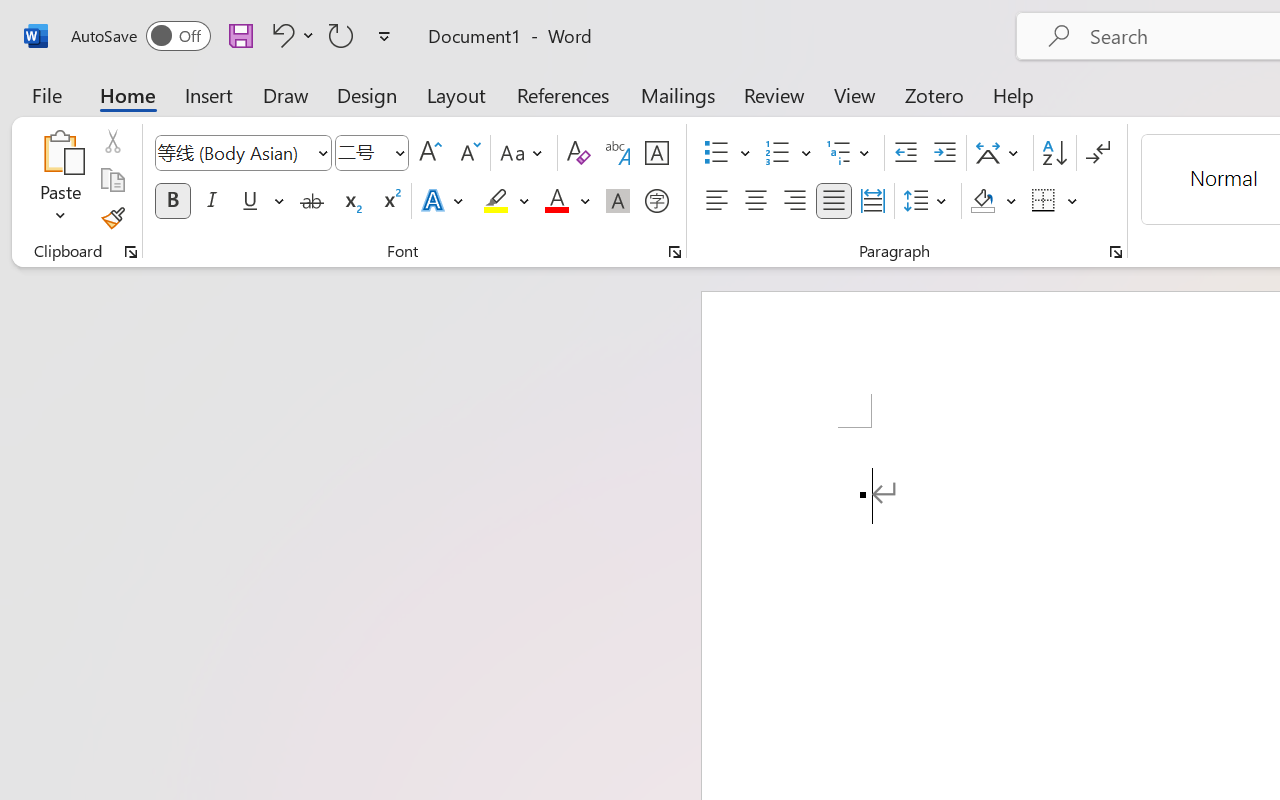  I want to click on 'Undo Apply Quick Style', so click(279, 34).